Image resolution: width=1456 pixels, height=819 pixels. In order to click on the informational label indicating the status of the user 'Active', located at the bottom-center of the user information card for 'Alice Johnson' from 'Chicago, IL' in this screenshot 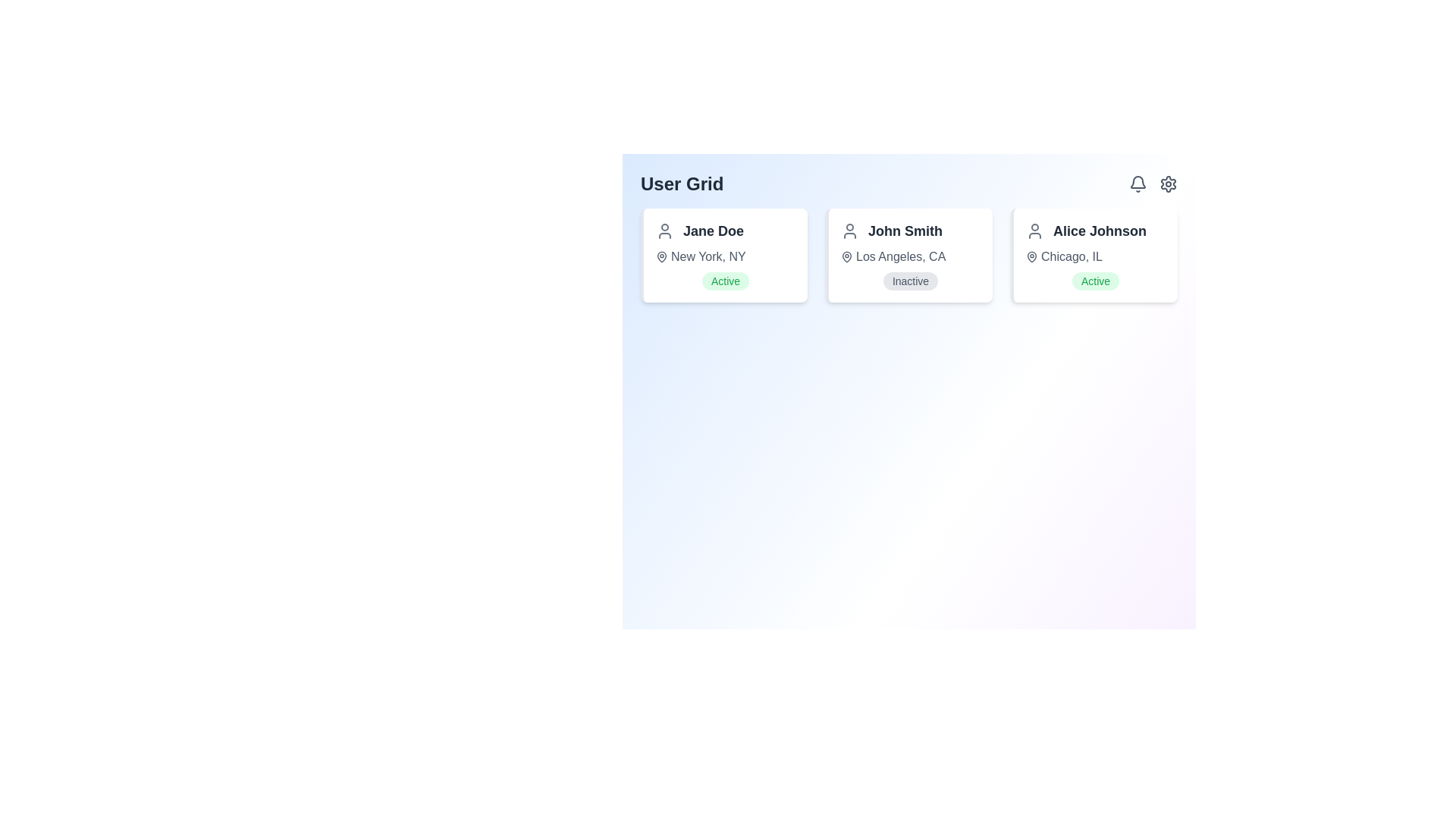, I will do `click(1095, 281)`.